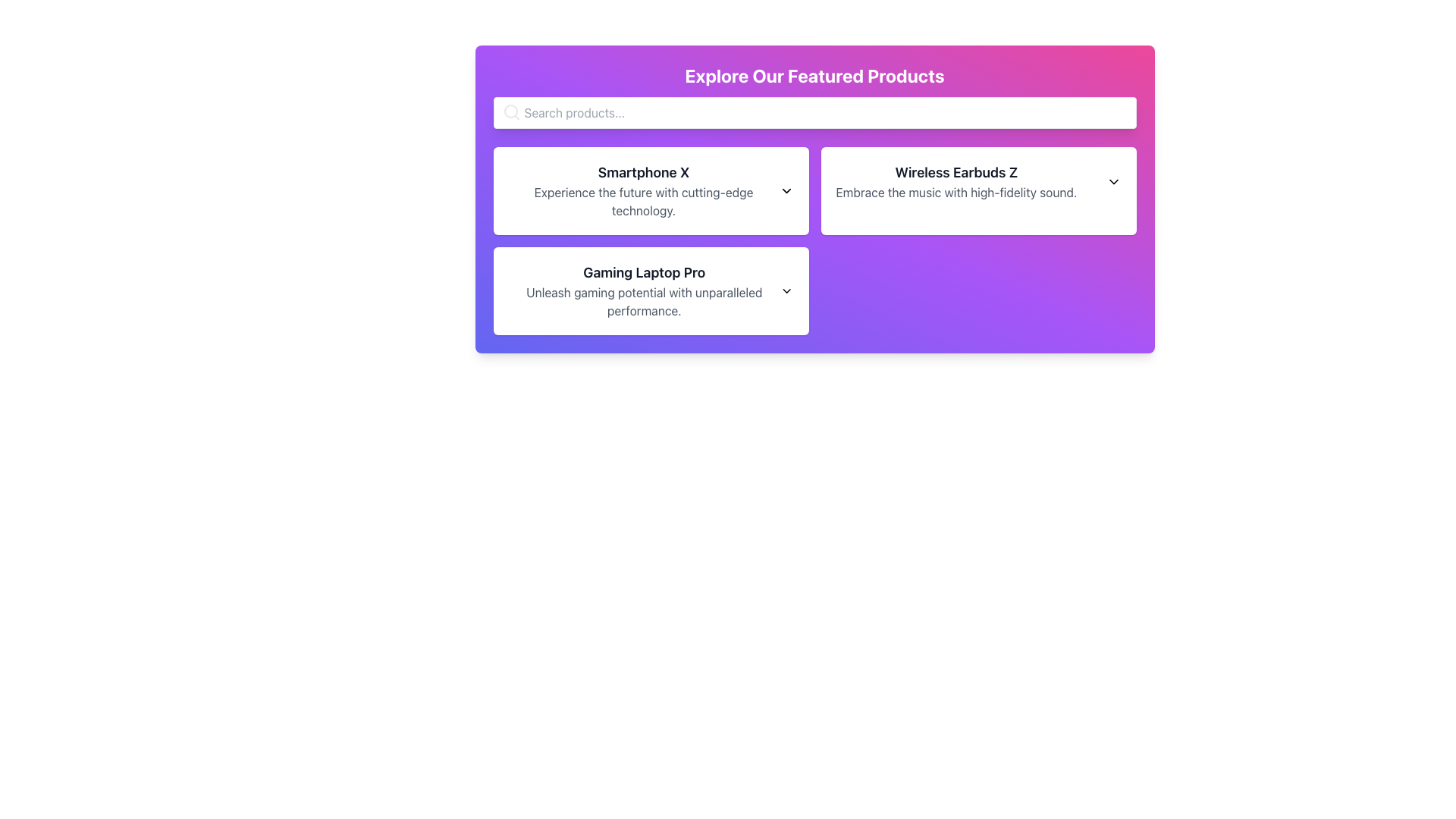  I want to click on the text block containing the gray colored text 'Experience the future with cutting-edge technology.' located below the title 'Smartphone X' in the upper-left section of the feature card, so click(644, 201).